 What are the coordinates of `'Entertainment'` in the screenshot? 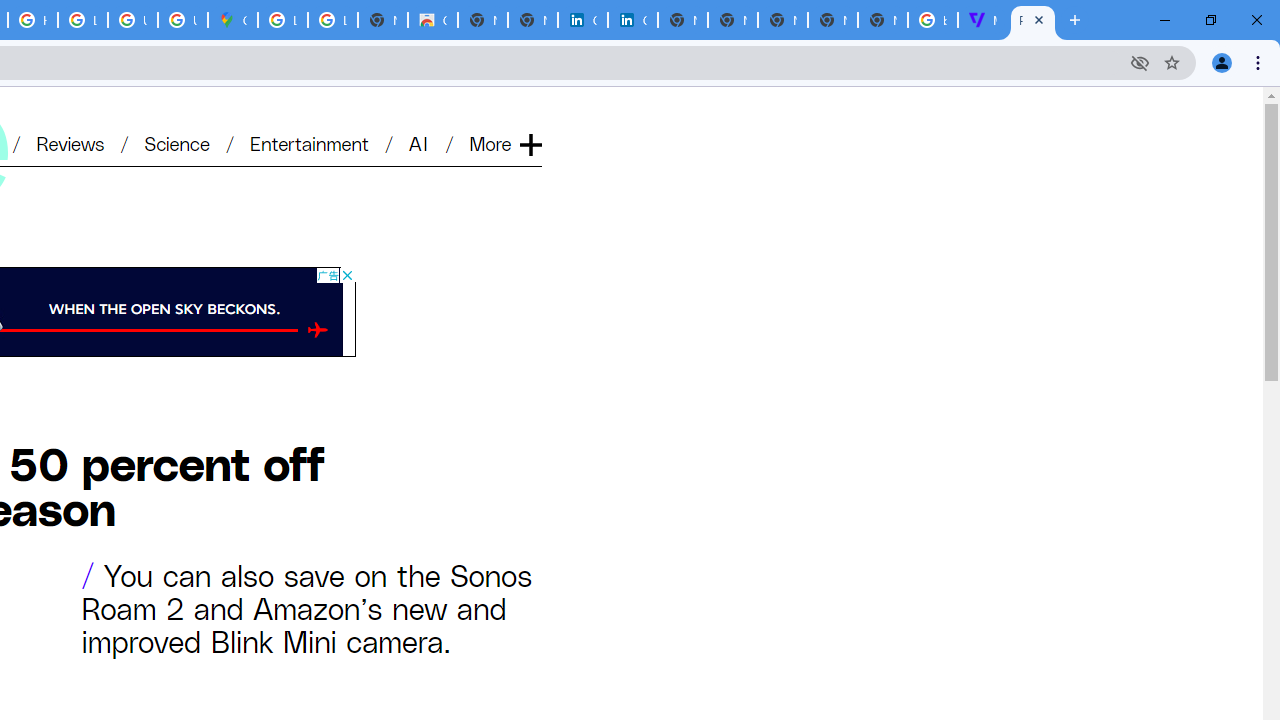 It's located at (308, 141).